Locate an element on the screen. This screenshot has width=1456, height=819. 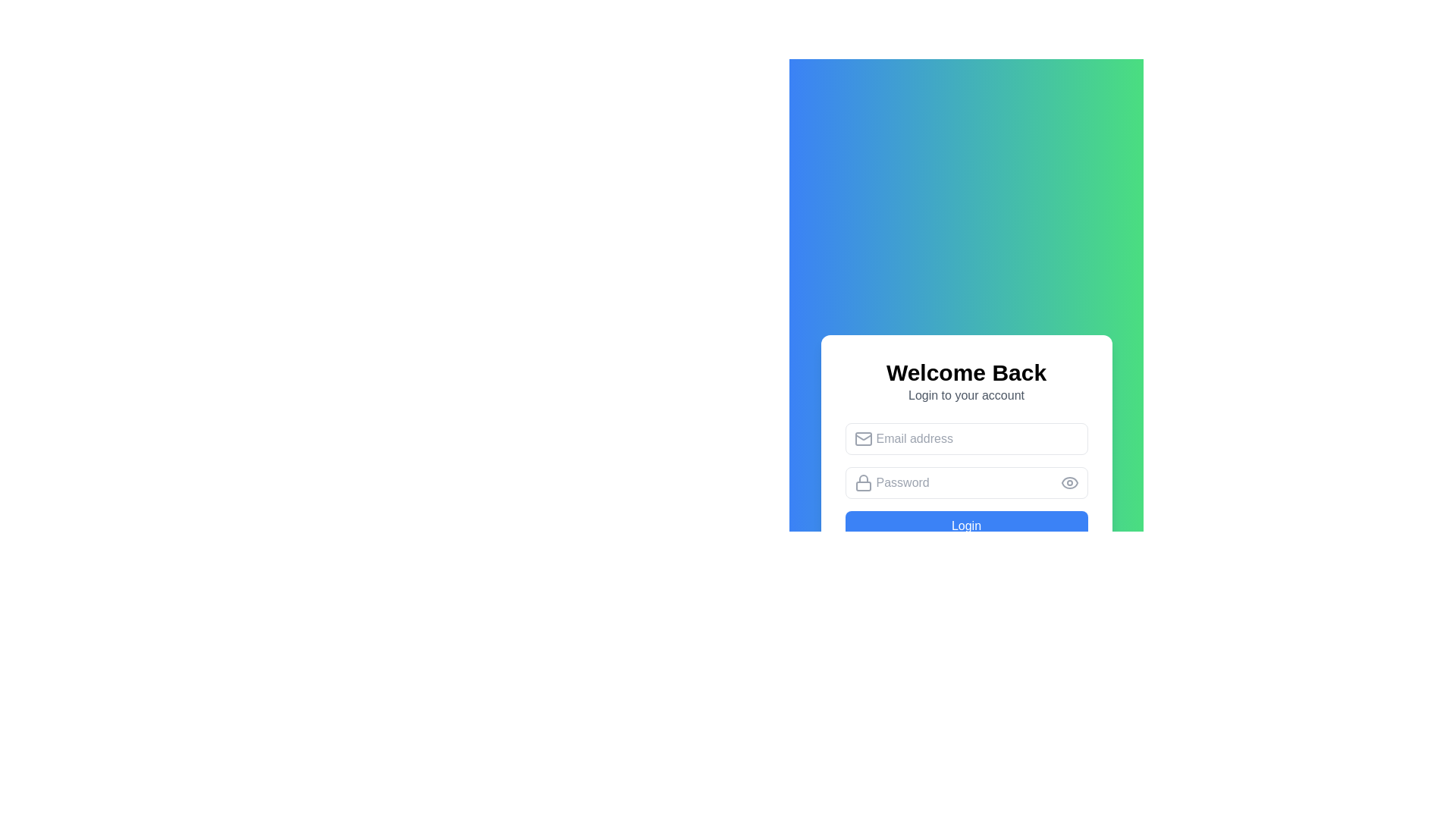
the padlock icon element that symbolizes a secure password field, located towards the left side of the password text input field is located at coordinates (863, 486).